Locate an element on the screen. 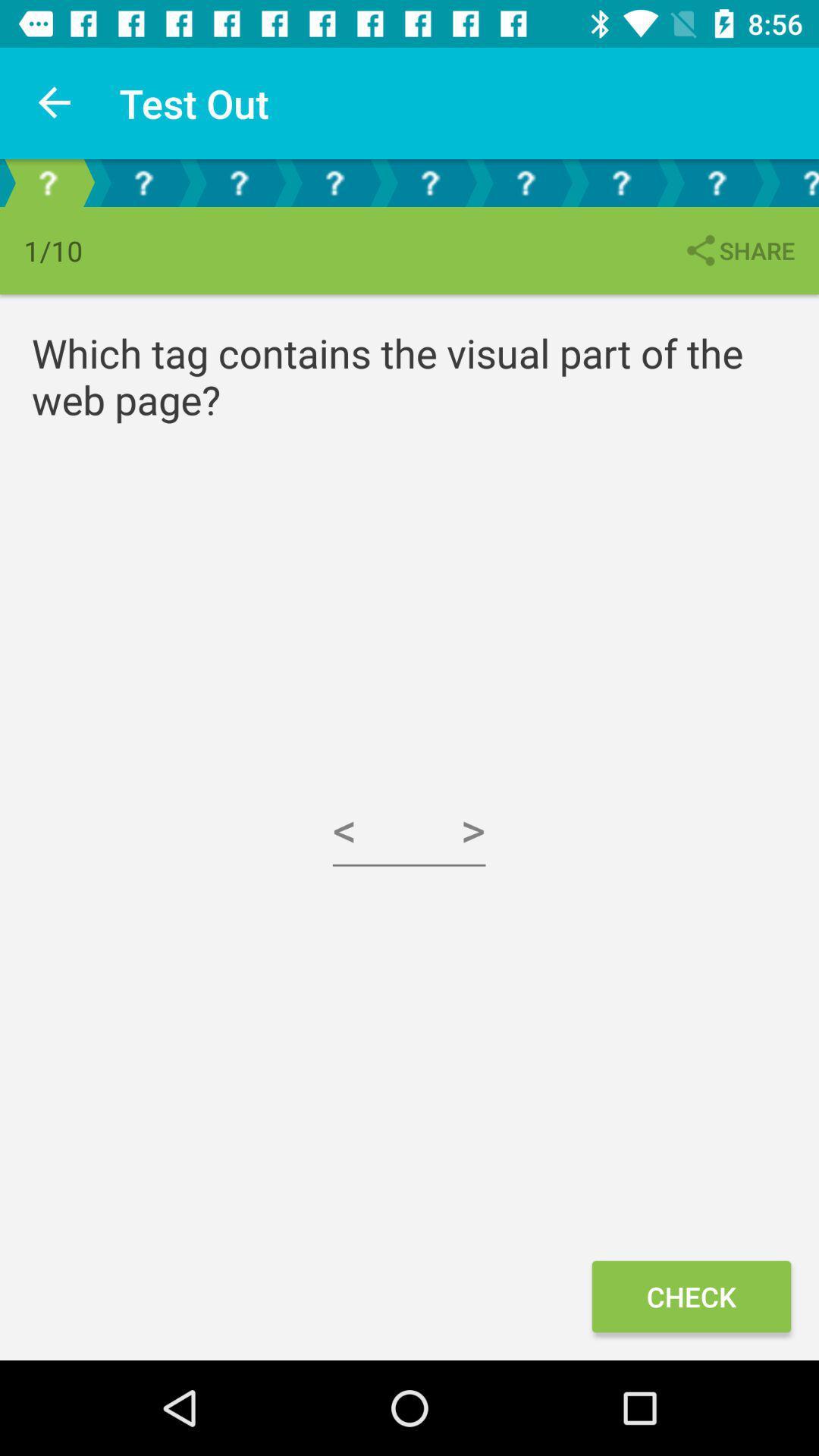 This screenshot has width=819, height=1456. the fourth question icon from right is located at coordinates (525, 182).